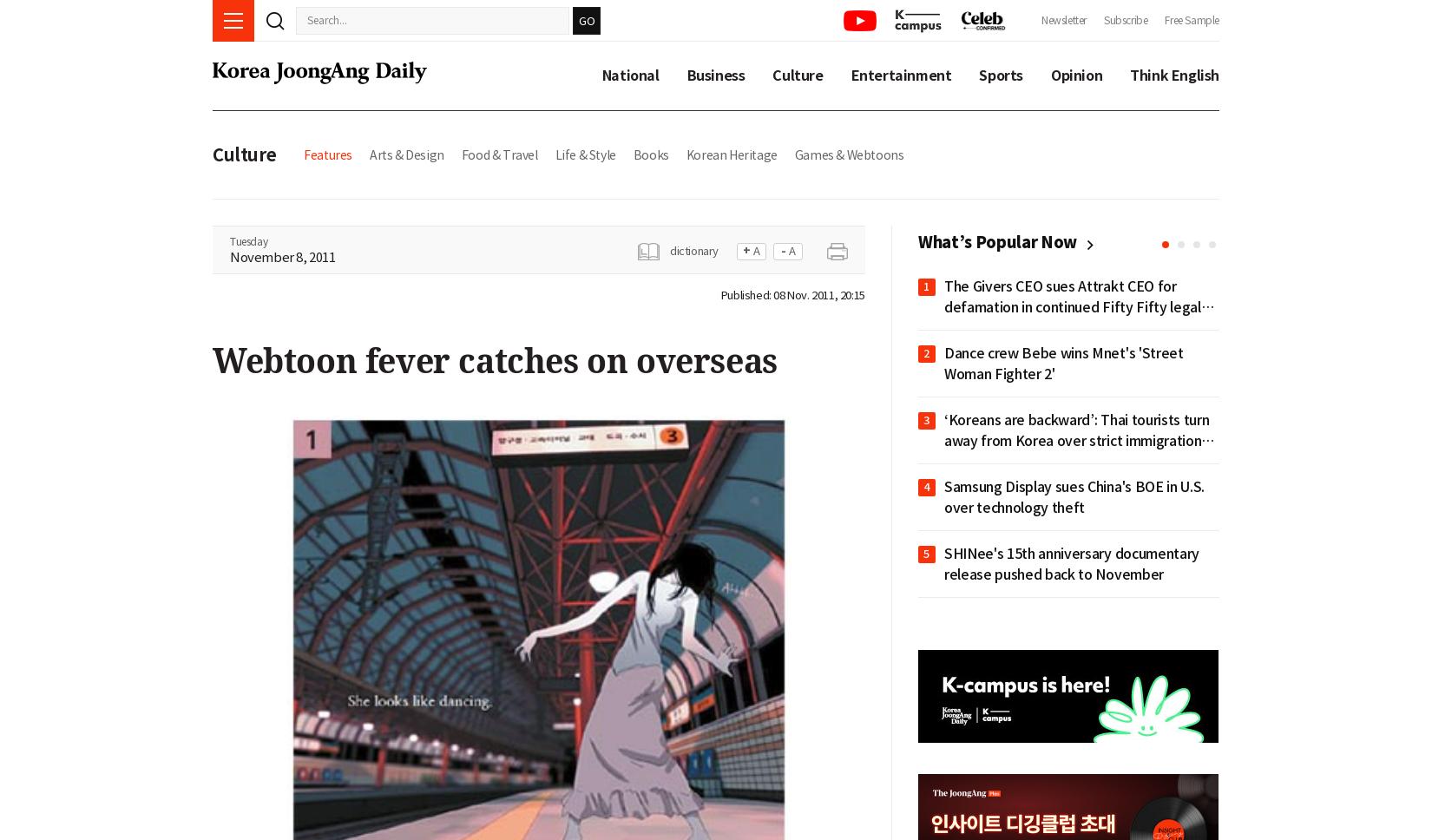 The height and width of the screenshot is (840, 1432). I want to click on 'Sports', so click(1001, 75).